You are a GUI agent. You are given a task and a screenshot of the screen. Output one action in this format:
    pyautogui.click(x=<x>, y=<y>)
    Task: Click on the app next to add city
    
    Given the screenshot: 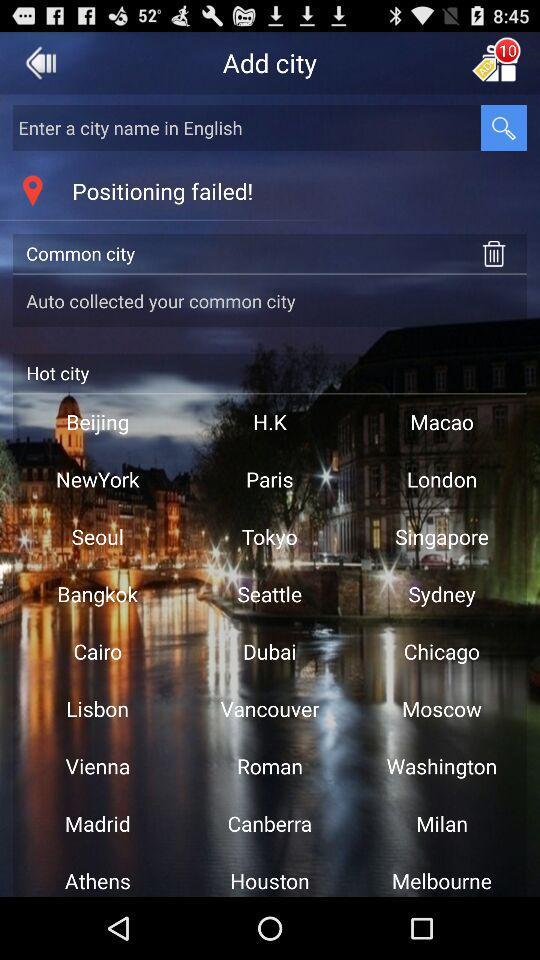 What is the action you would take?
    pyautogui.click(x=41, y=62)
    